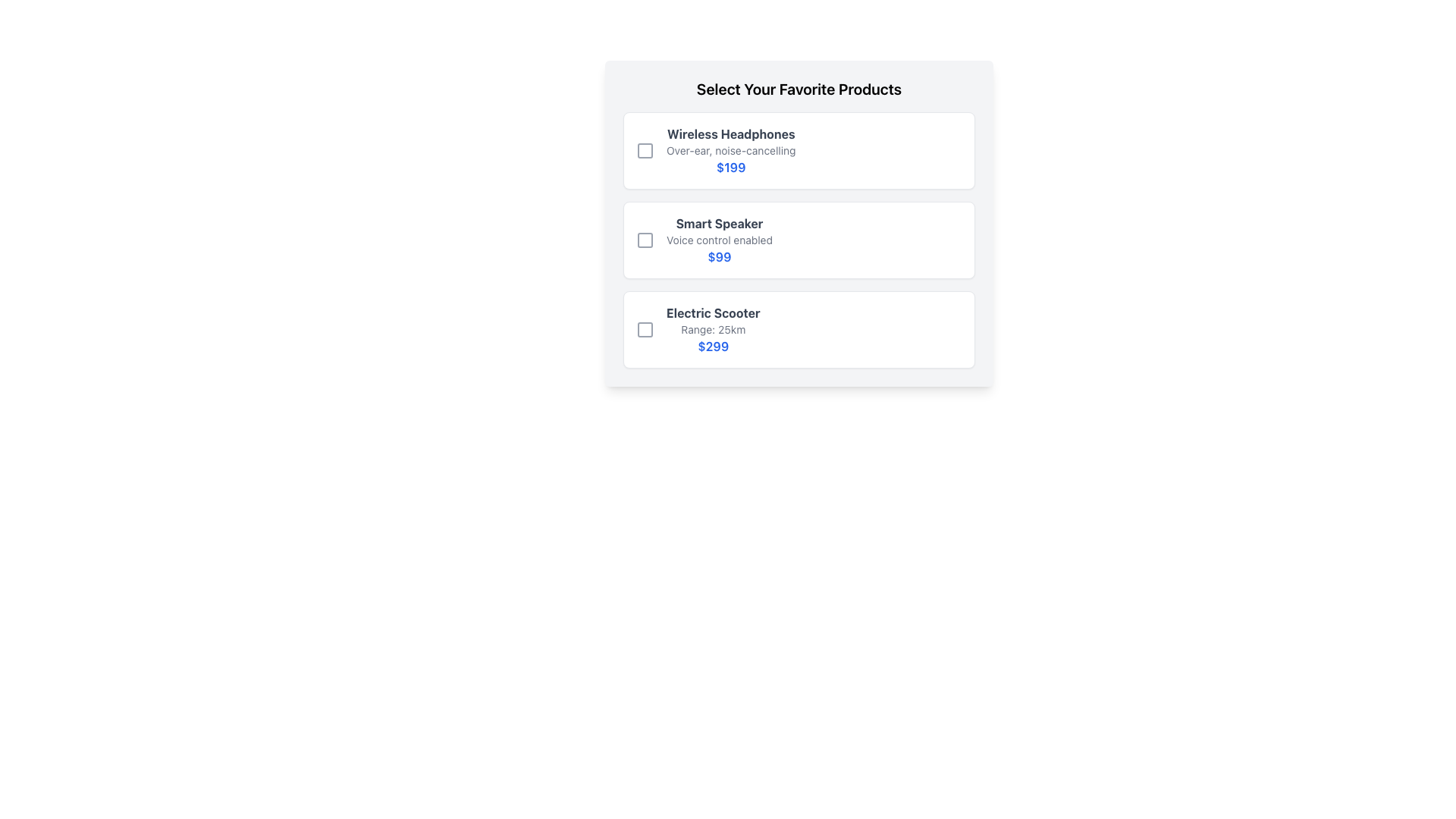 This screenshot has height=819, width=1456. I want to click on the checkbox on the electric scooter product card, which is the third card in a vertical list of three items, so click(799, 329).